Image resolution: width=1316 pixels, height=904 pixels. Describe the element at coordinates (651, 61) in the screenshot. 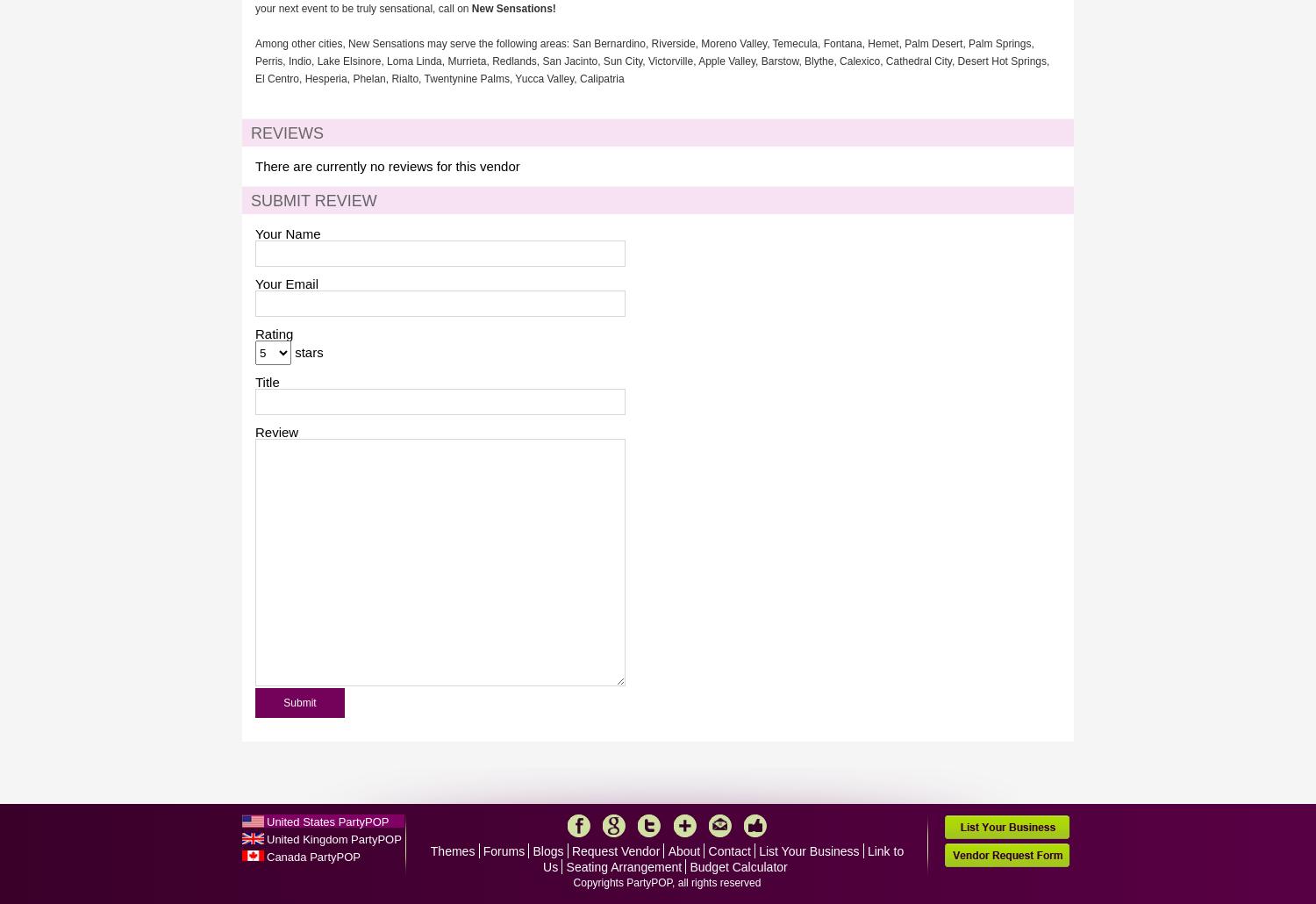

I see `'Among other cities, New Sensations may serve the following areas: San Bernardino, Riverside, Moreno Valley, Temecula, Fontana, Hemet, Palm Desert, Palm Springs, Perris, Indio, Lake Elsinore, Loma Linda, Murrieta, Redlands, San Jacinto, Sun City, Victorville, Apple Valley, Barstow, Blythe, Calexico, Cathedral City, Desert Hot Springs, El Centro, Hesperia, Phelan, Rialto, Twentynine Palms, Yucca Valley, Calipatria'` at that location.